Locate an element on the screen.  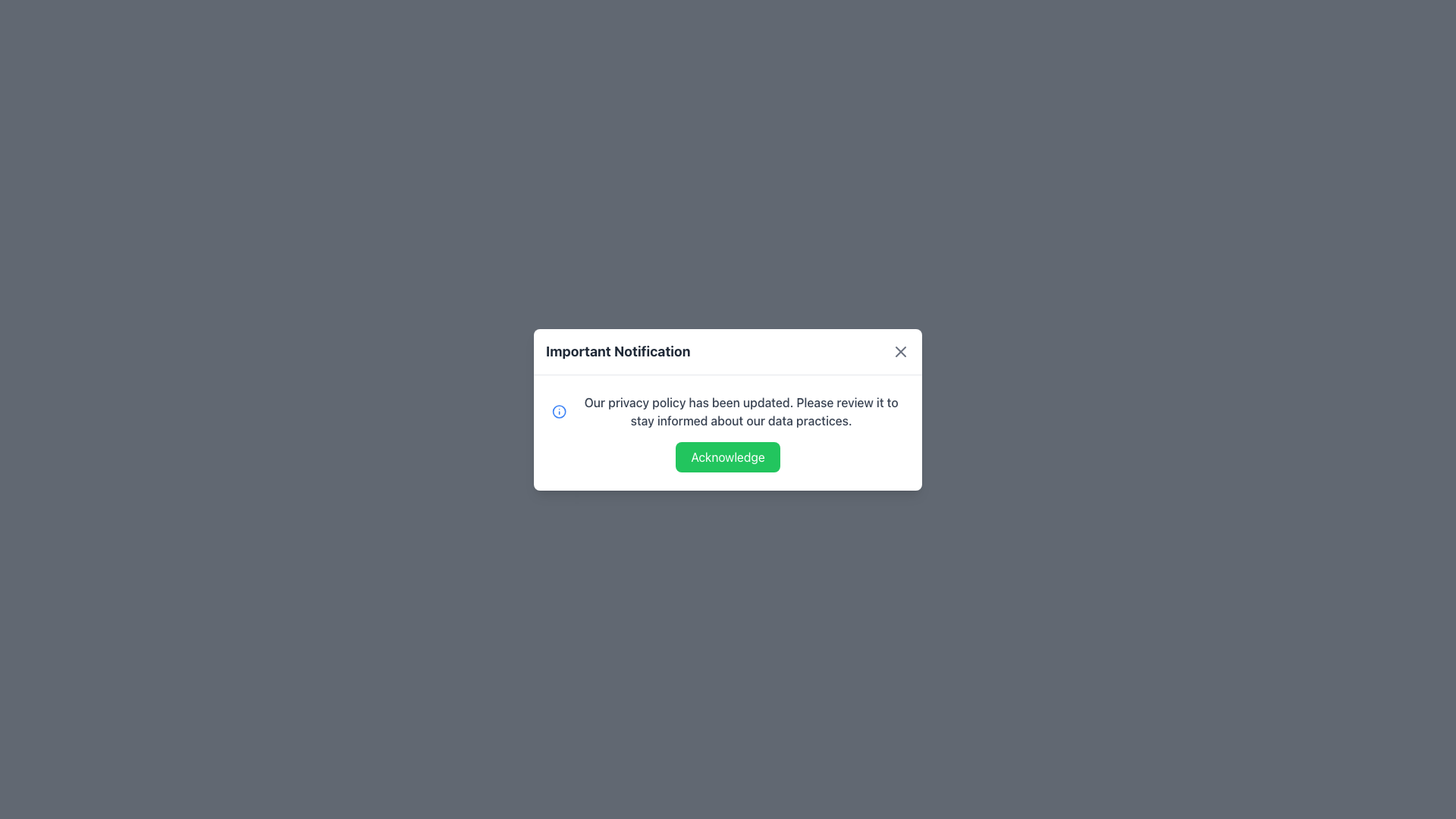
the 'X' icon located at the top-right corner of the 'Important Notification' dialogue is located at coordinates (901, 351).